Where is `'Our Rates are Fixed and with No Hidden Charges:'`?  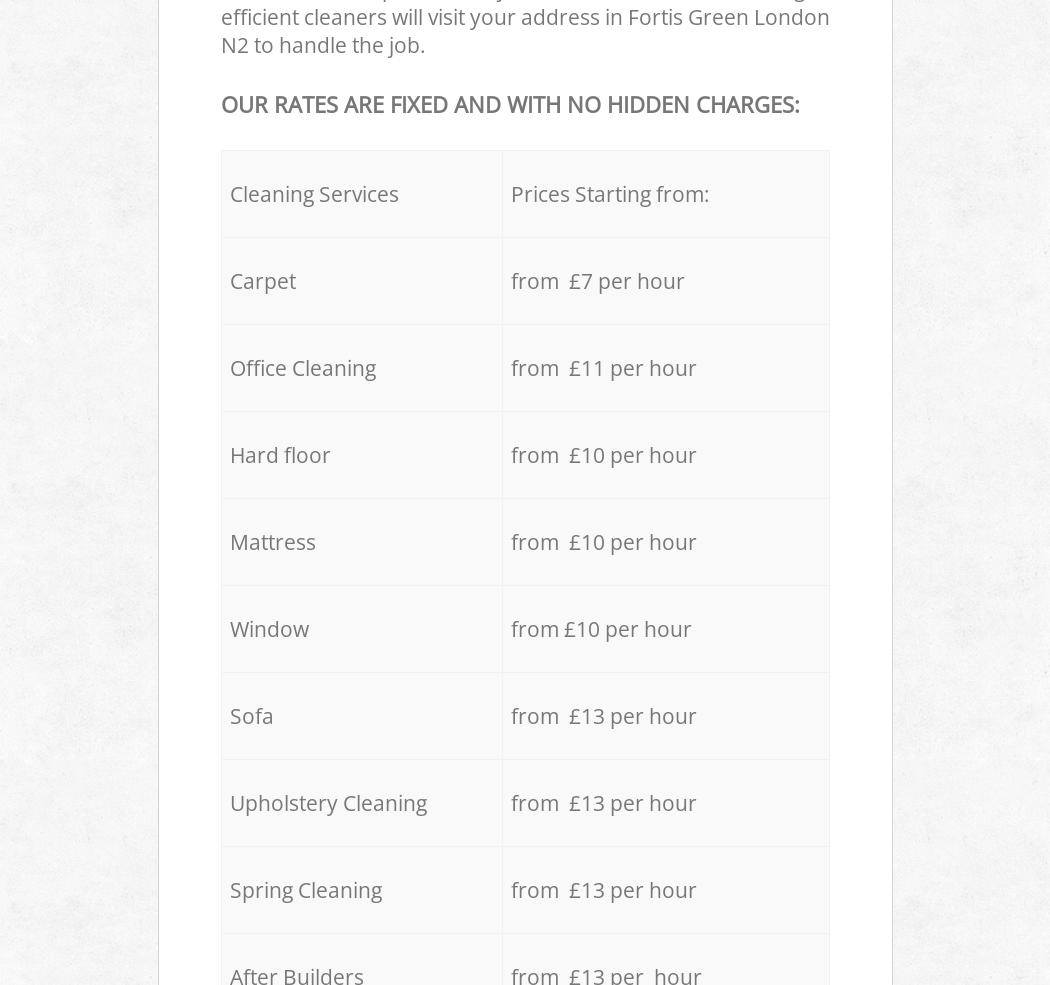 'Our Rates are Fixed and with No Hidden Charges:' is located at coordinates (218, 103).